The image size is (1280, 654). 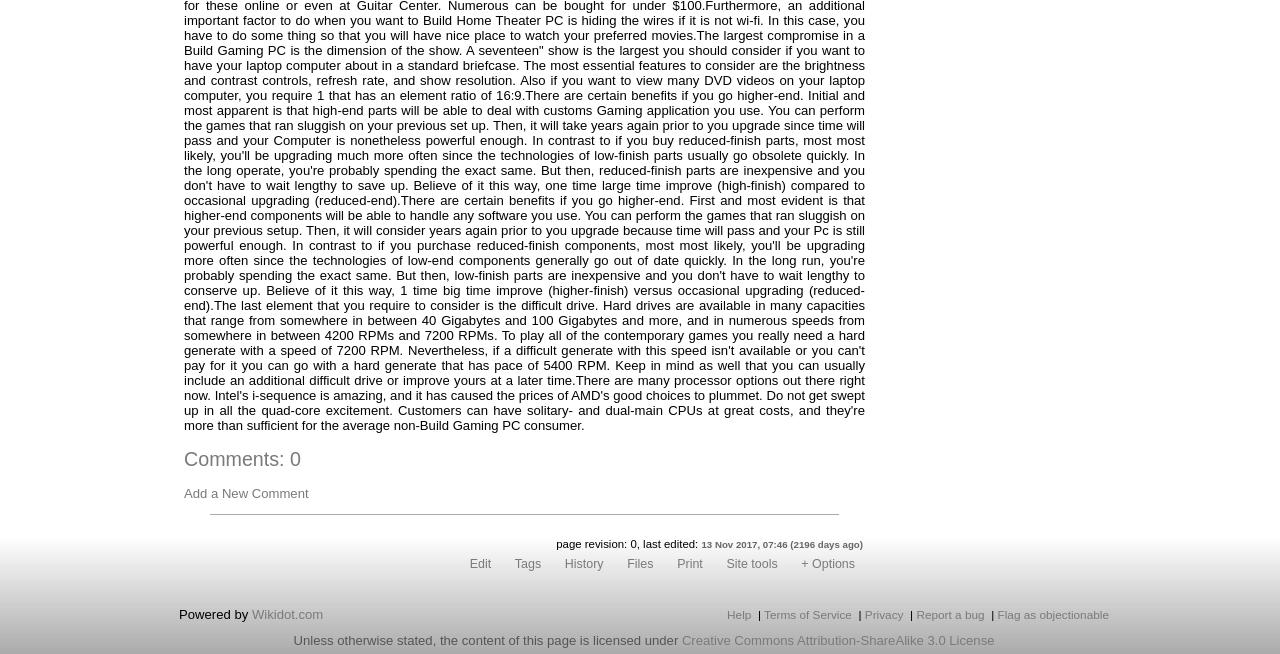 What do you see at coordinates (801, 564) in the screenshot?
I see `'+ Options'` at bounding box center [801, 564].